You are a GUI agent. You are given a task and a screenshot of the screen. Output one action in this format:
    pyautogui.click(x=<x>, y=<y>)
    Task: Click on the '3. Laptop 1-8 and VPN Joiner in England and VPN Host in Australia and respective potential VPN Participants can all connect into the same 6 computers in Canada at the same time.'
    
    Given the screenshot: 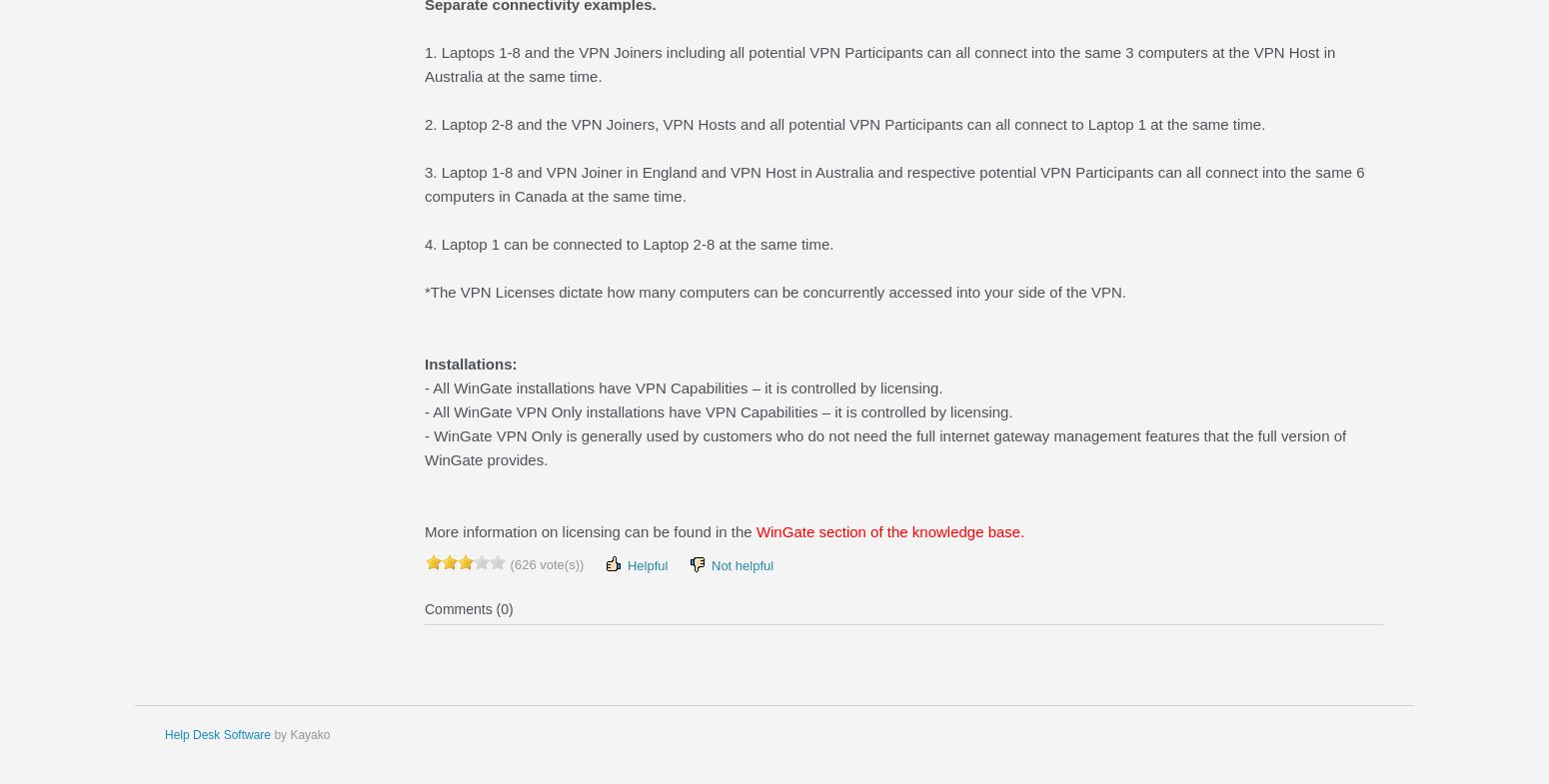 What is the action you would take?
    pyautogui.click(x=893, y=183)
    